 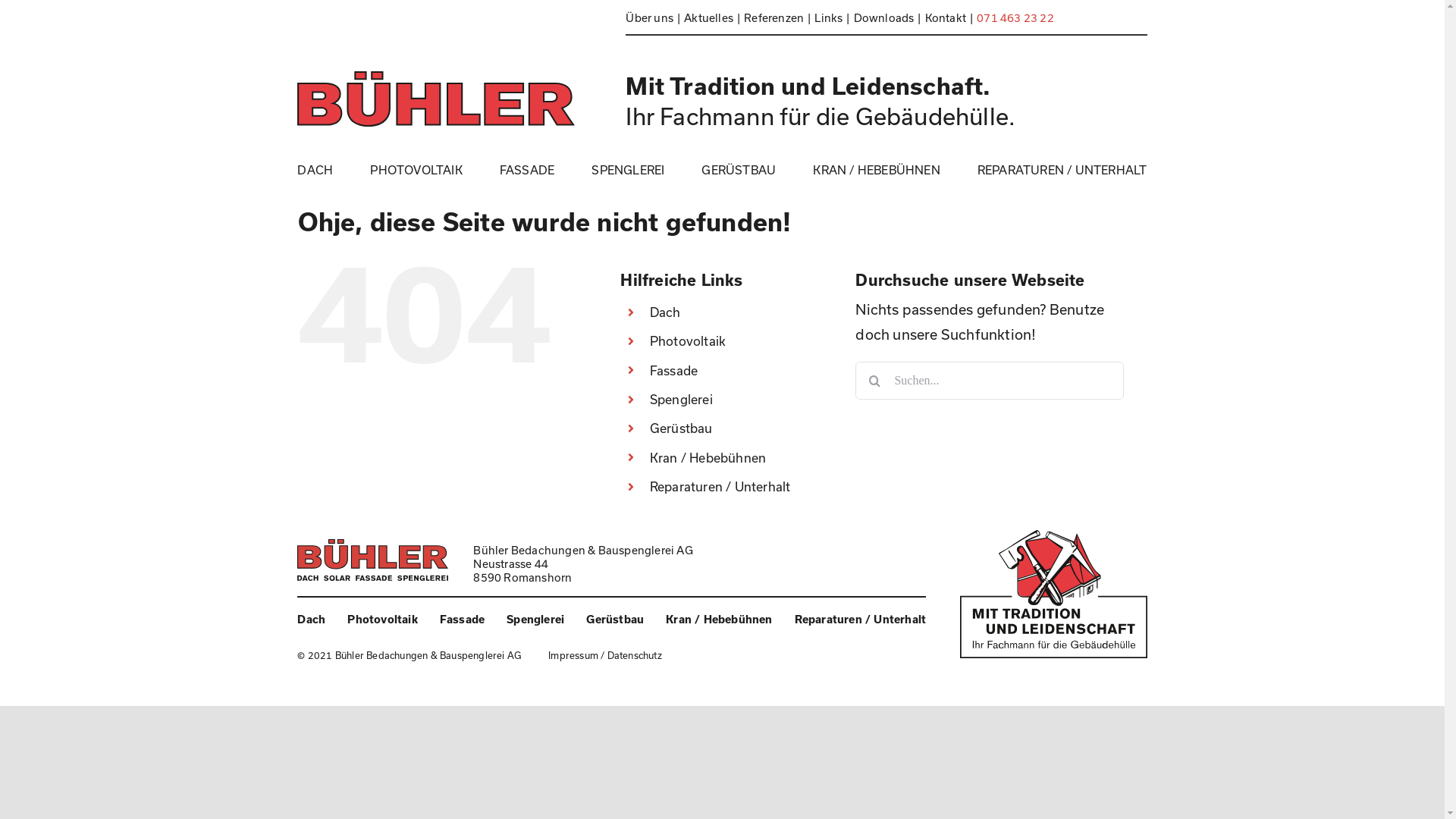 I want to click on 'Photovoltaik', so click(x=650, y=340).